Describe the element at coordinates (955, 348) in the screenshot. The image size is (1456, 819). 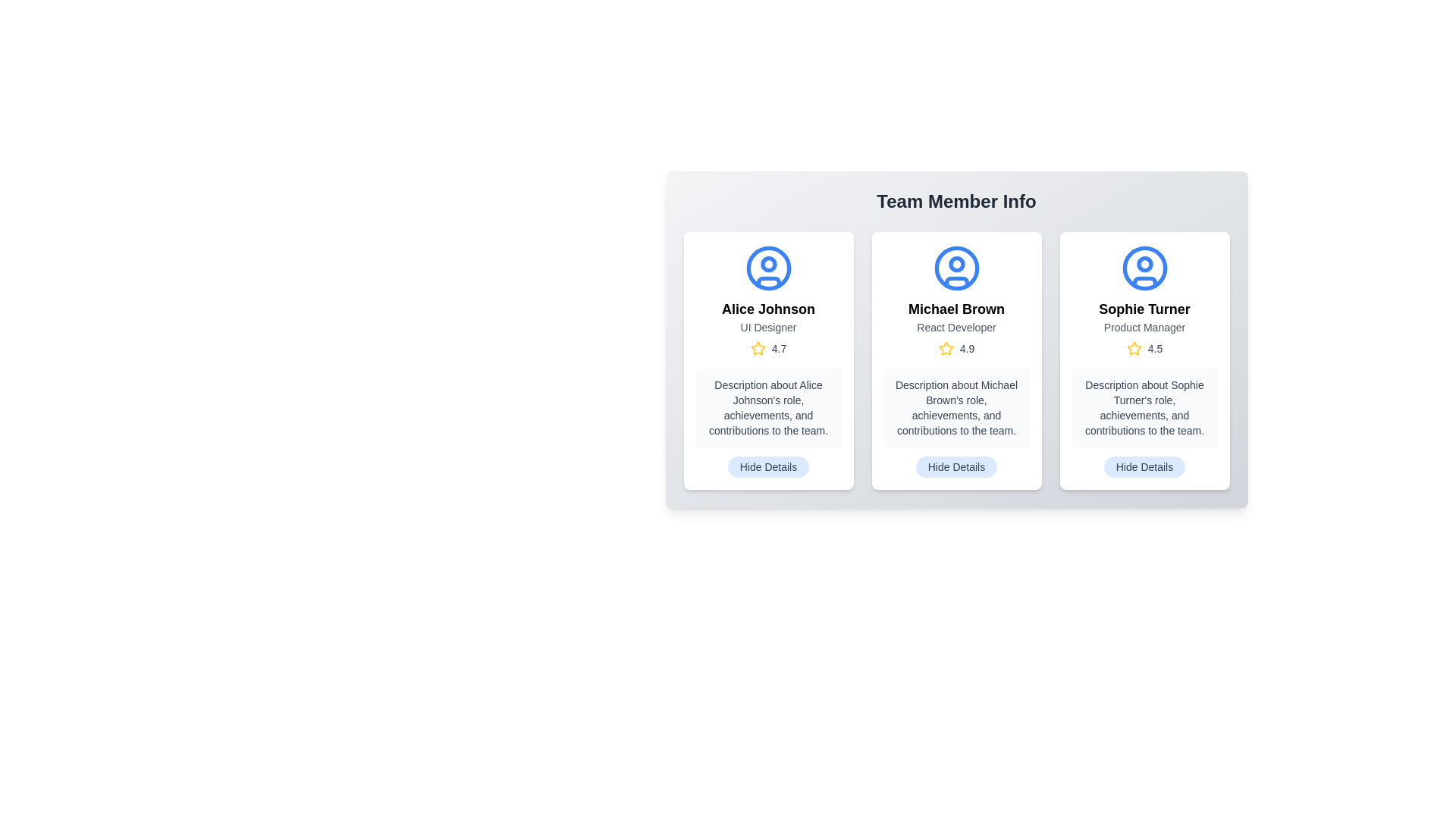
I see `rating value from the Rating indicator located to the right of the 'React Developer' title and below the 'Michael Brown' name in the middle card of a triplet of cards` at that location.